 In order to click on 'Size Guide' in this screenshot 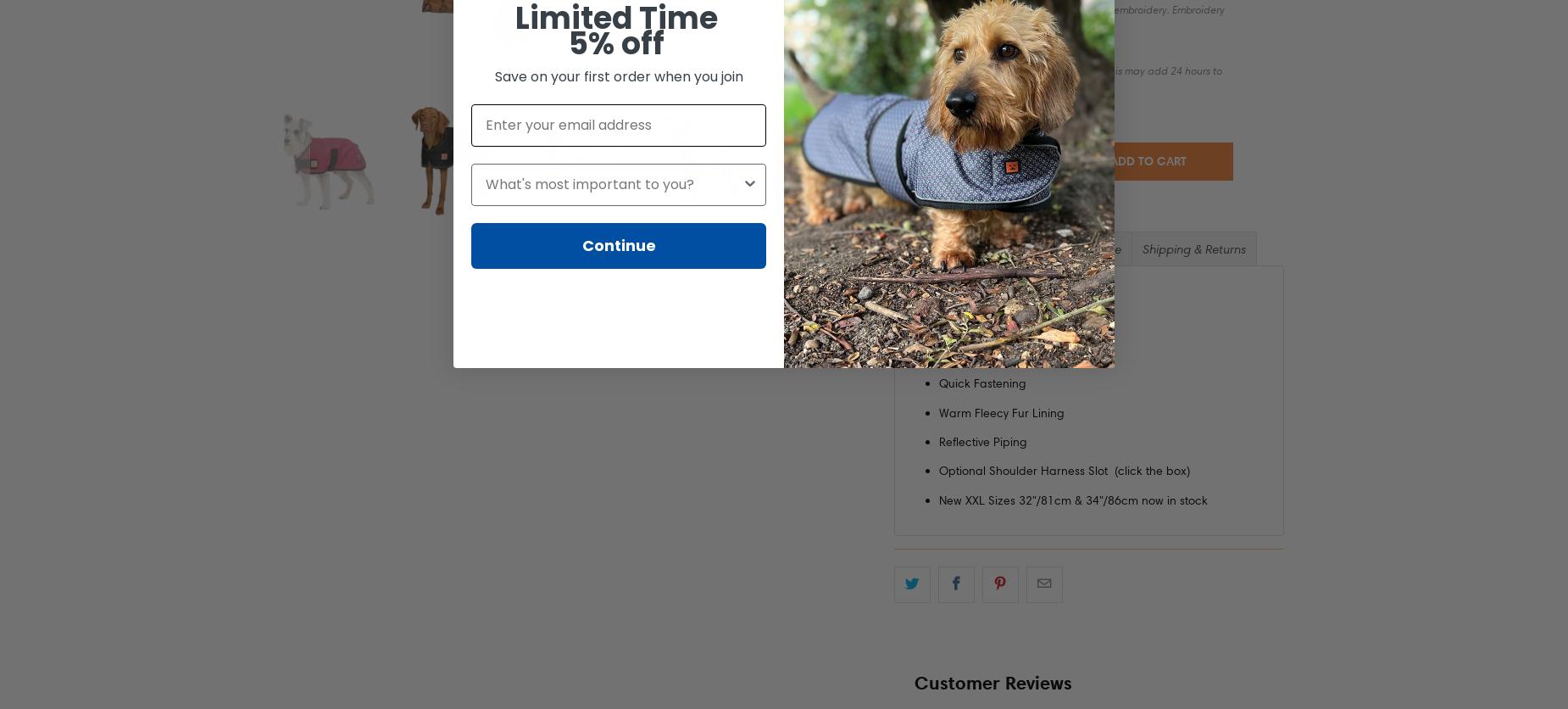, I will do `click(1061, 248)`.